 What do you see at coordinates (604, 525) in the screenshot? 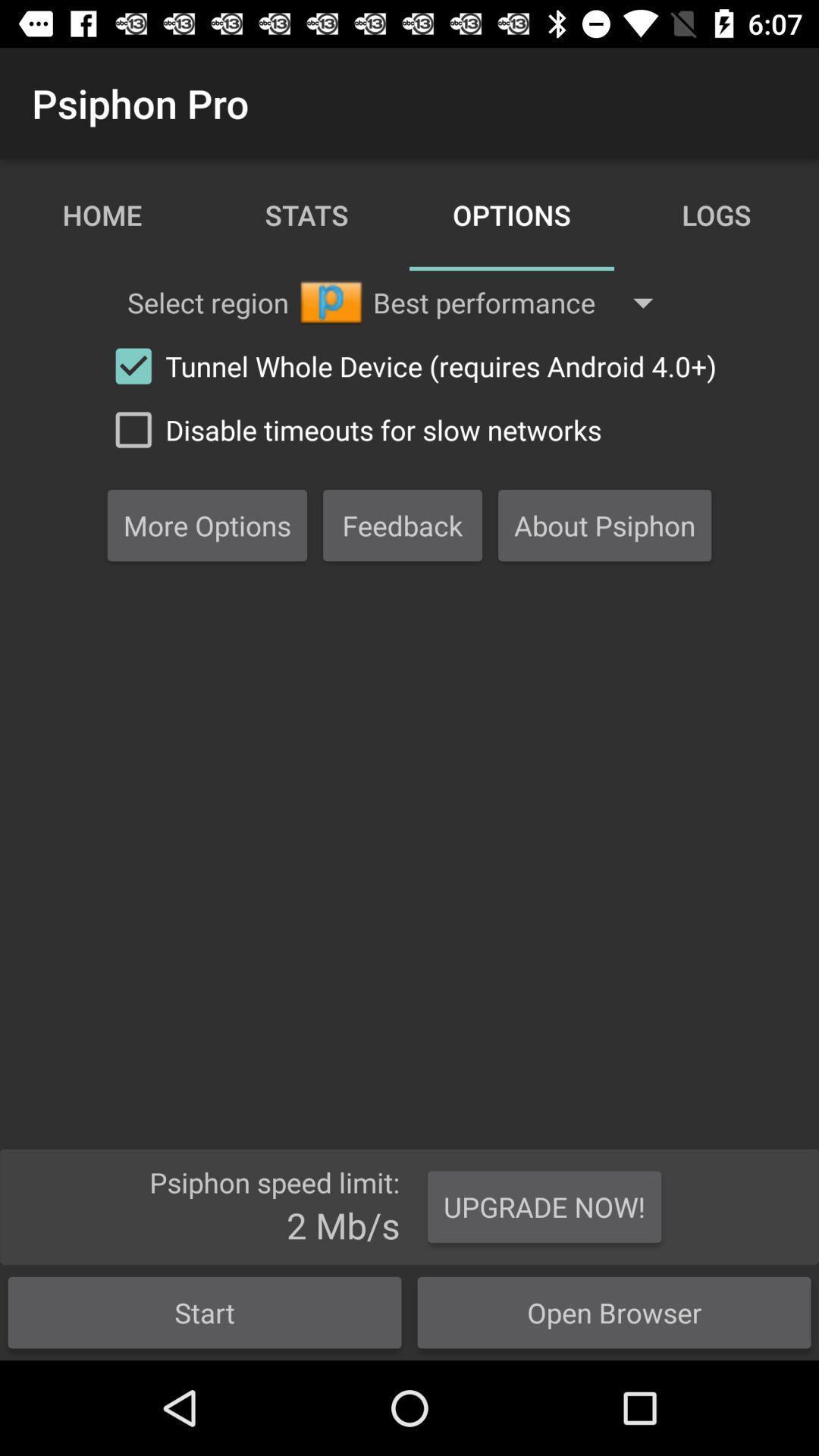
I see `the third box from middle of the image` at bounding box center [604, 525].